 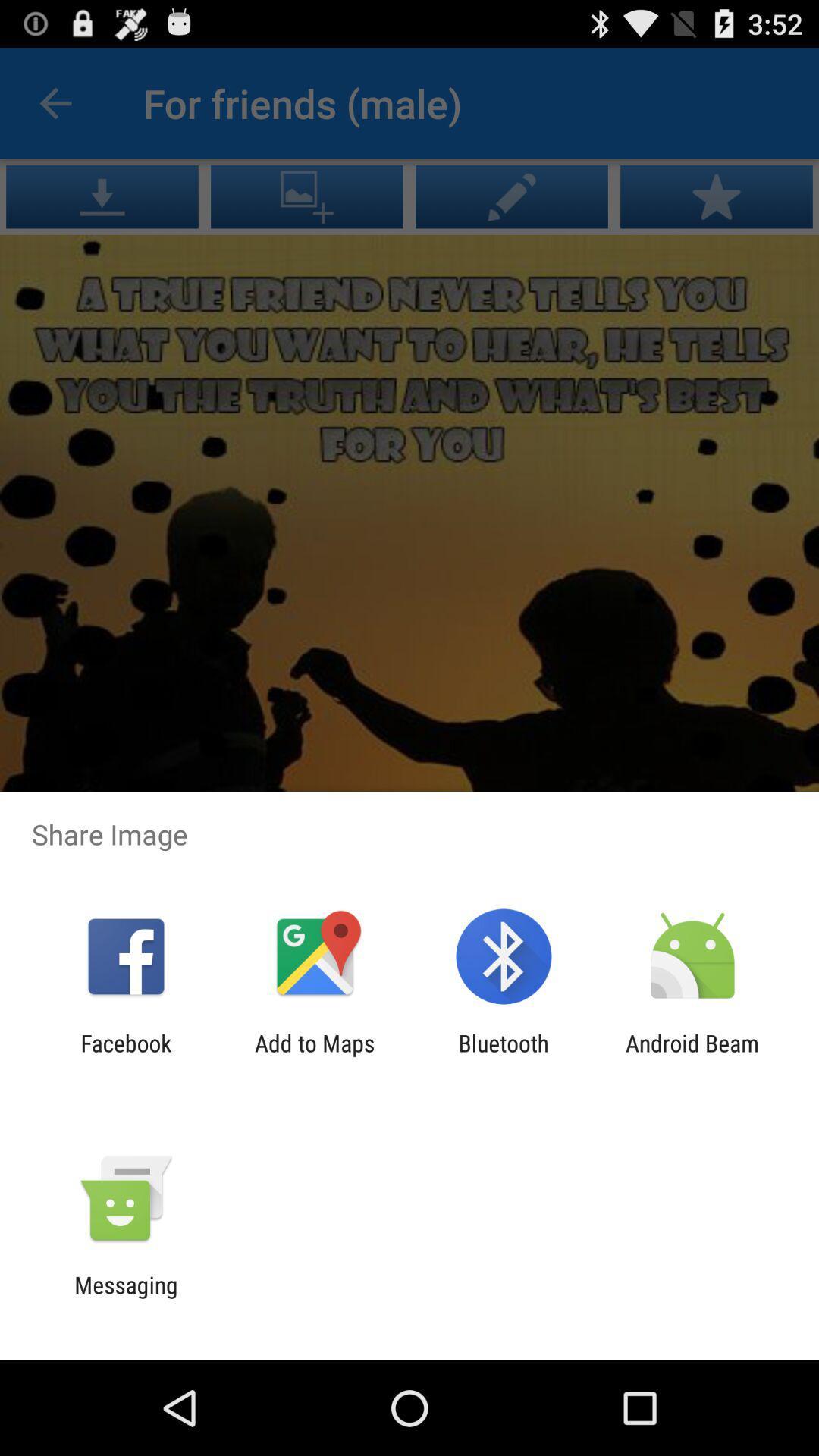 What do you see at coordinates (504, 1056) in the screenshot?
I see `the item to the right of the add to maps` at bounding box center [504, 1056].